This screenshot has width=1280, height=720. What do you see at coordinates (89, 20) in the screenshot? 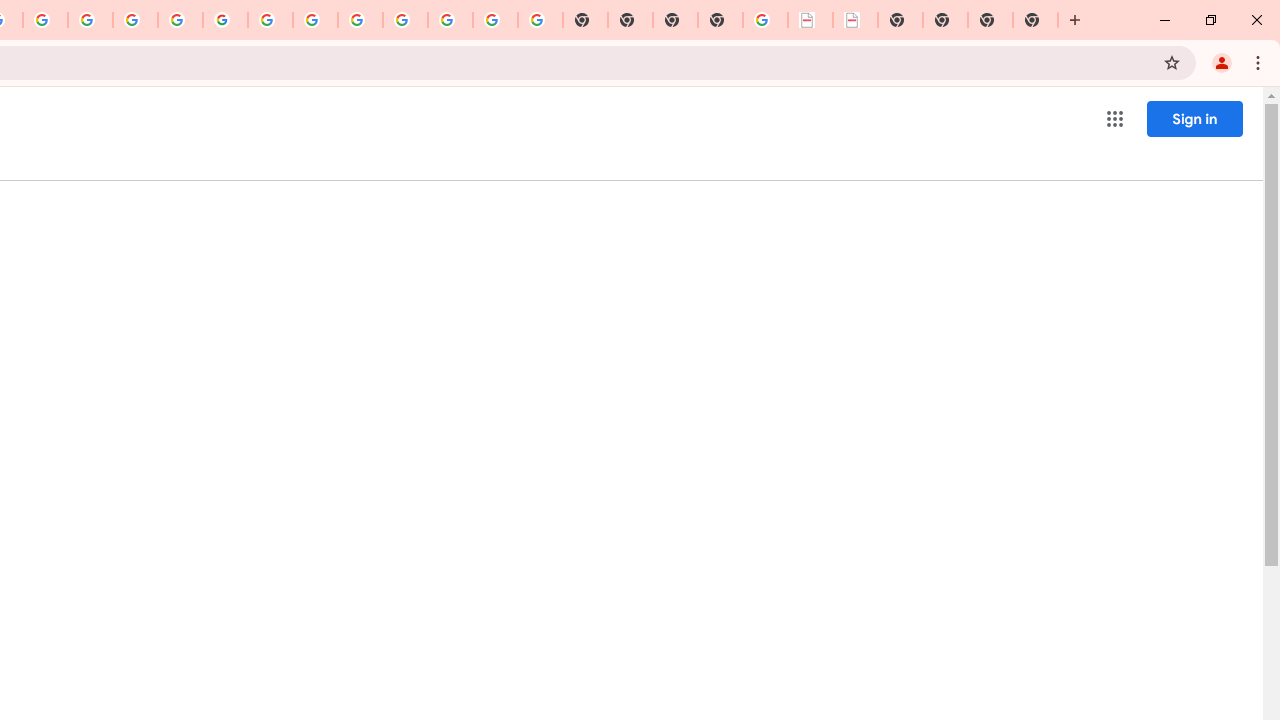
I see `'Privacy Help Center - Policies Help'` at bounding box center [89, 20].